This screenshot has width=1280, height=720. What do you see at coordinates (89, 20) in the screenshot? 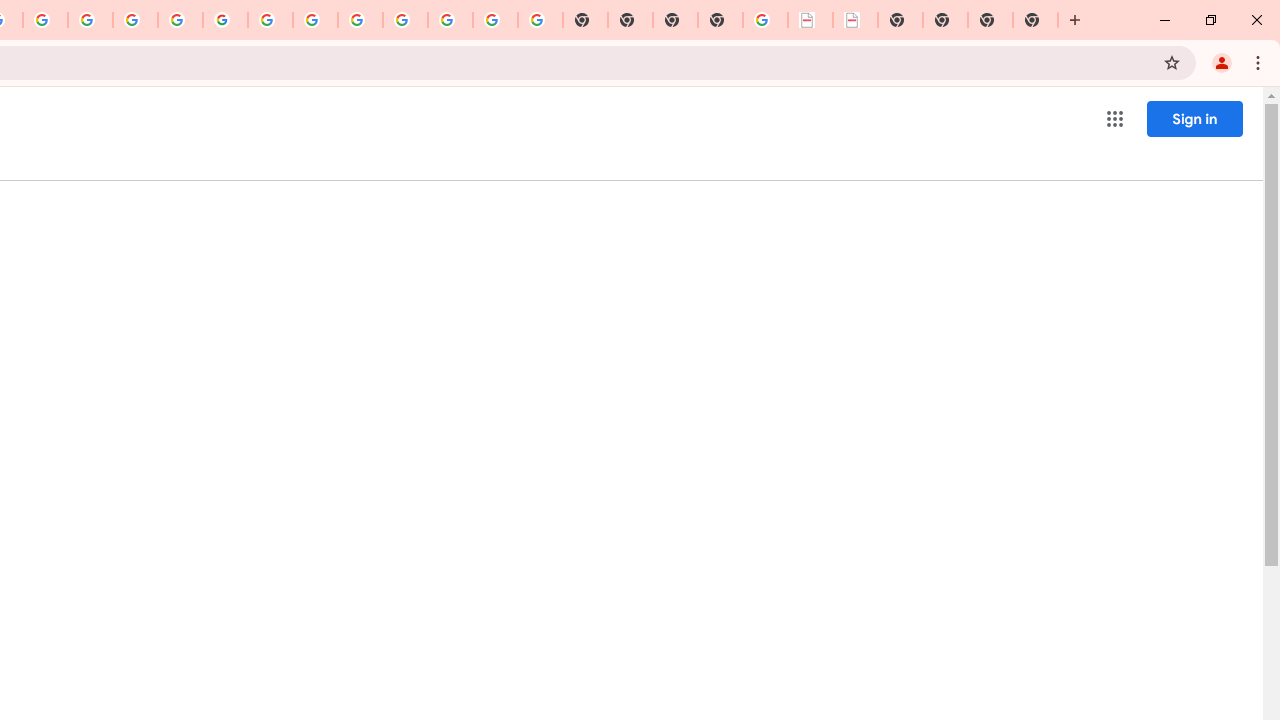
I see `'Privacy Help Center - Policies Help'` at bounding box center [89, 20].